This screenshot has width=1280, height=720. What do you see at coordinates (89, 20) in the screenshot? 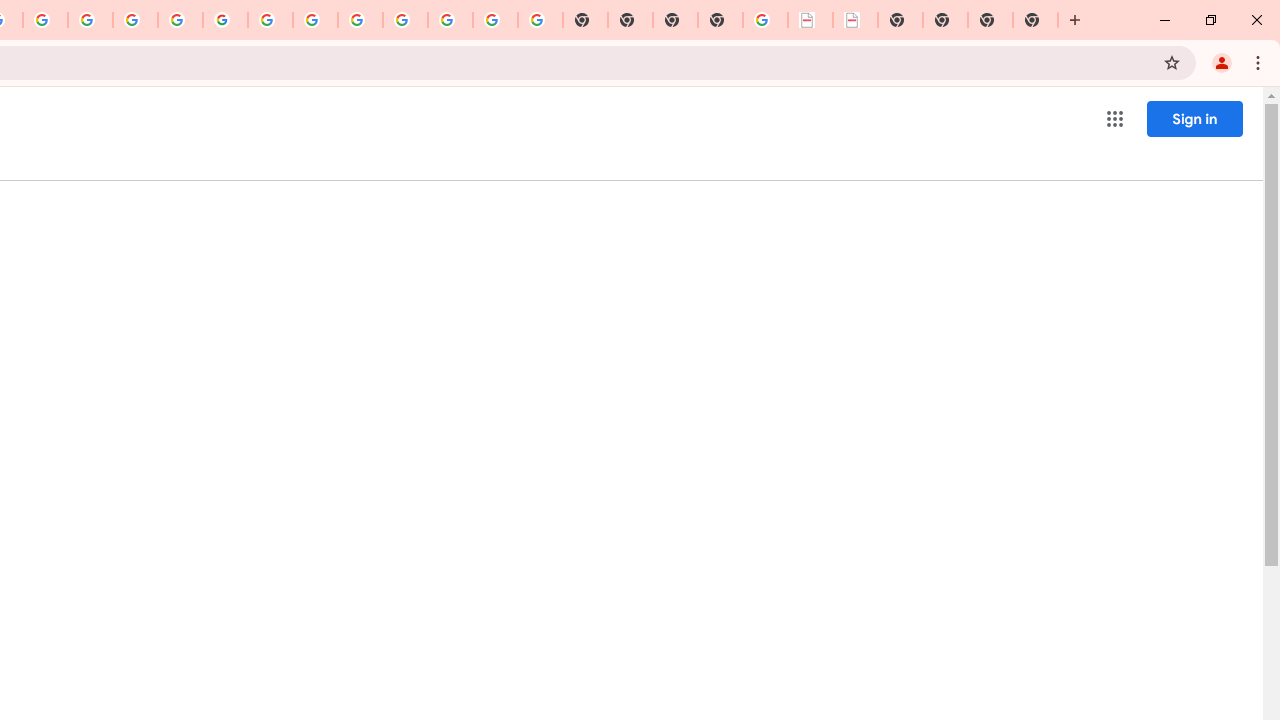
I see `'Privacy Help Center - Policies Help'` at bounding box center [89, 20].